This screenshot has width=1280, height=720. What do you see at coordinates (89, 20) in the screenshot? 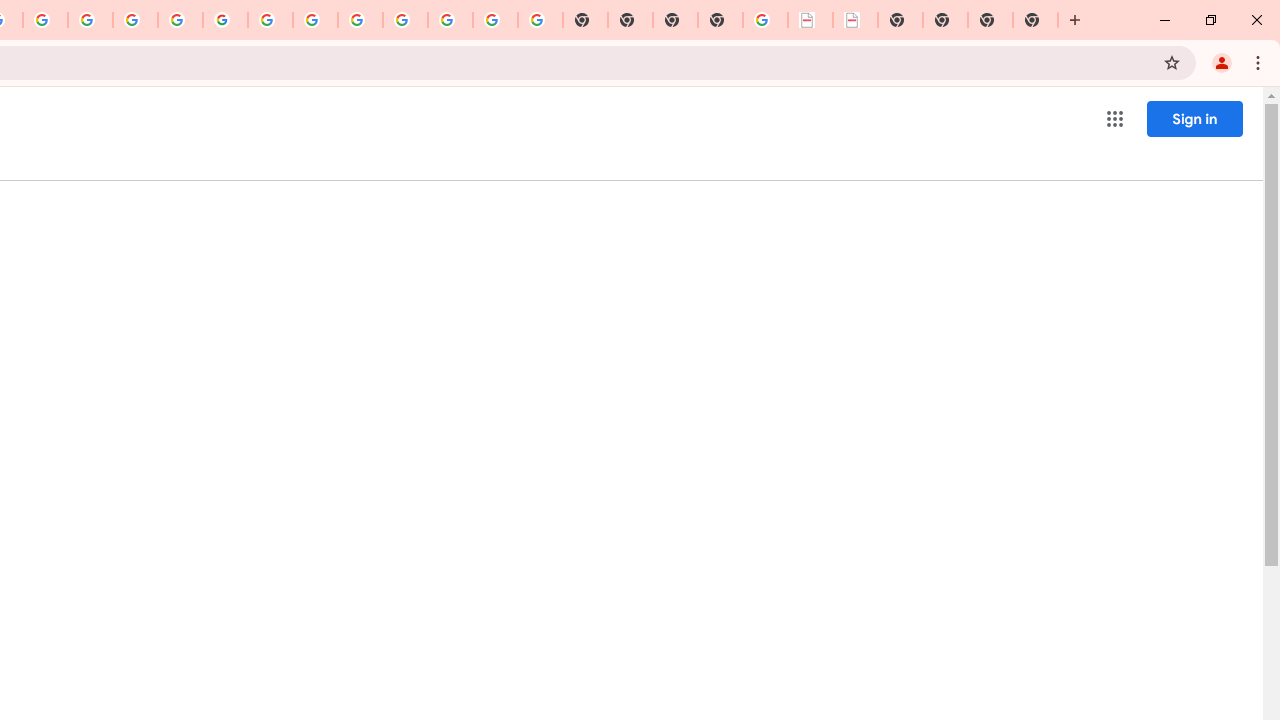
I see `'Privacy Help Center - Policies Help'` at bounding box center [89, 20].